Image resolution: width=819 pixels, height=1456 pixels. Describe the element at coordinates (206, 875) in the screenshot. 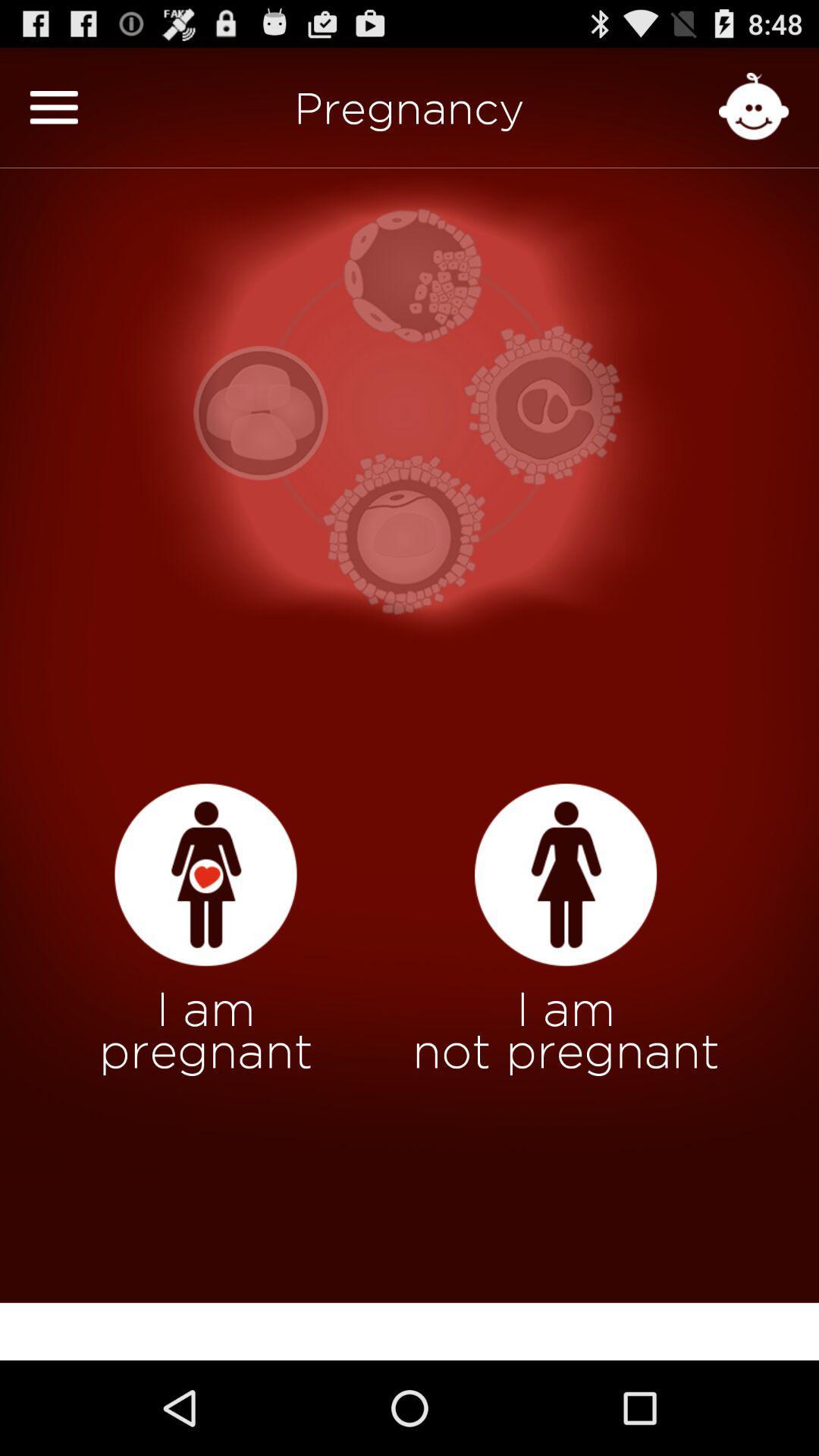

I see `click i am pregnant option` at that location.